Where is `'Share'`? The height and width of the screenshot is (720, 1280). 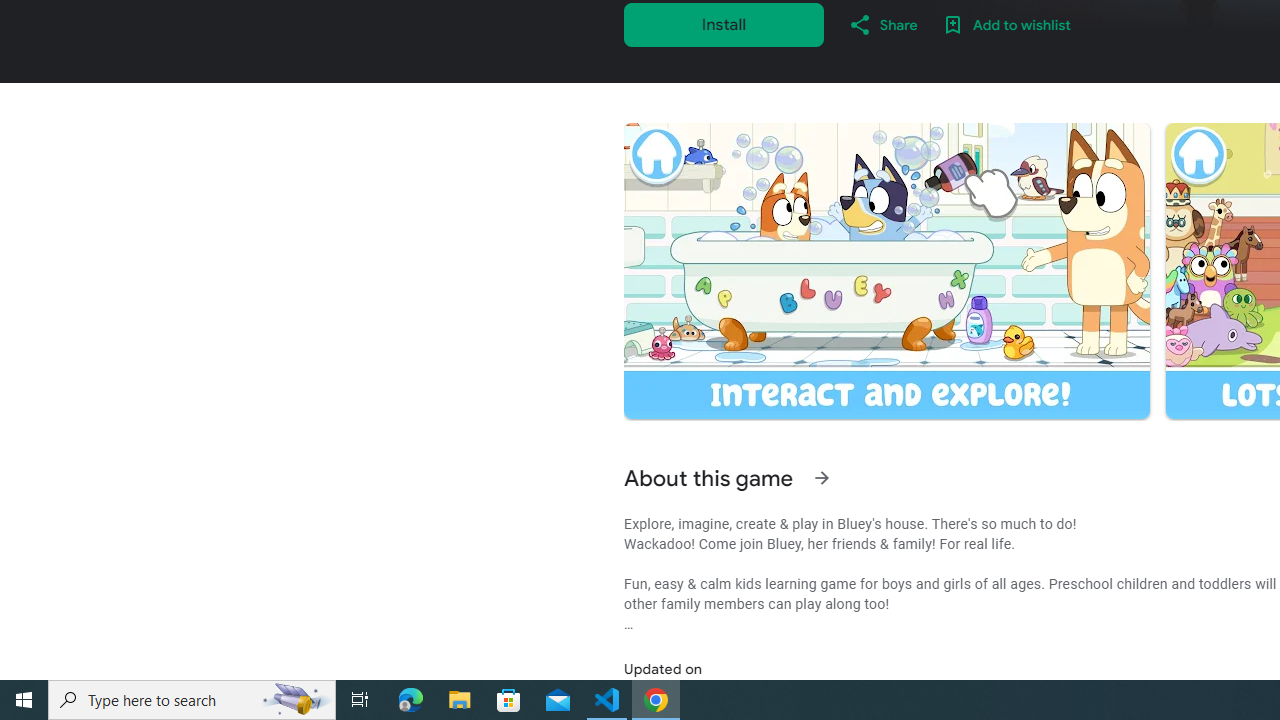
'Share' is located at coordinates (880, 24).